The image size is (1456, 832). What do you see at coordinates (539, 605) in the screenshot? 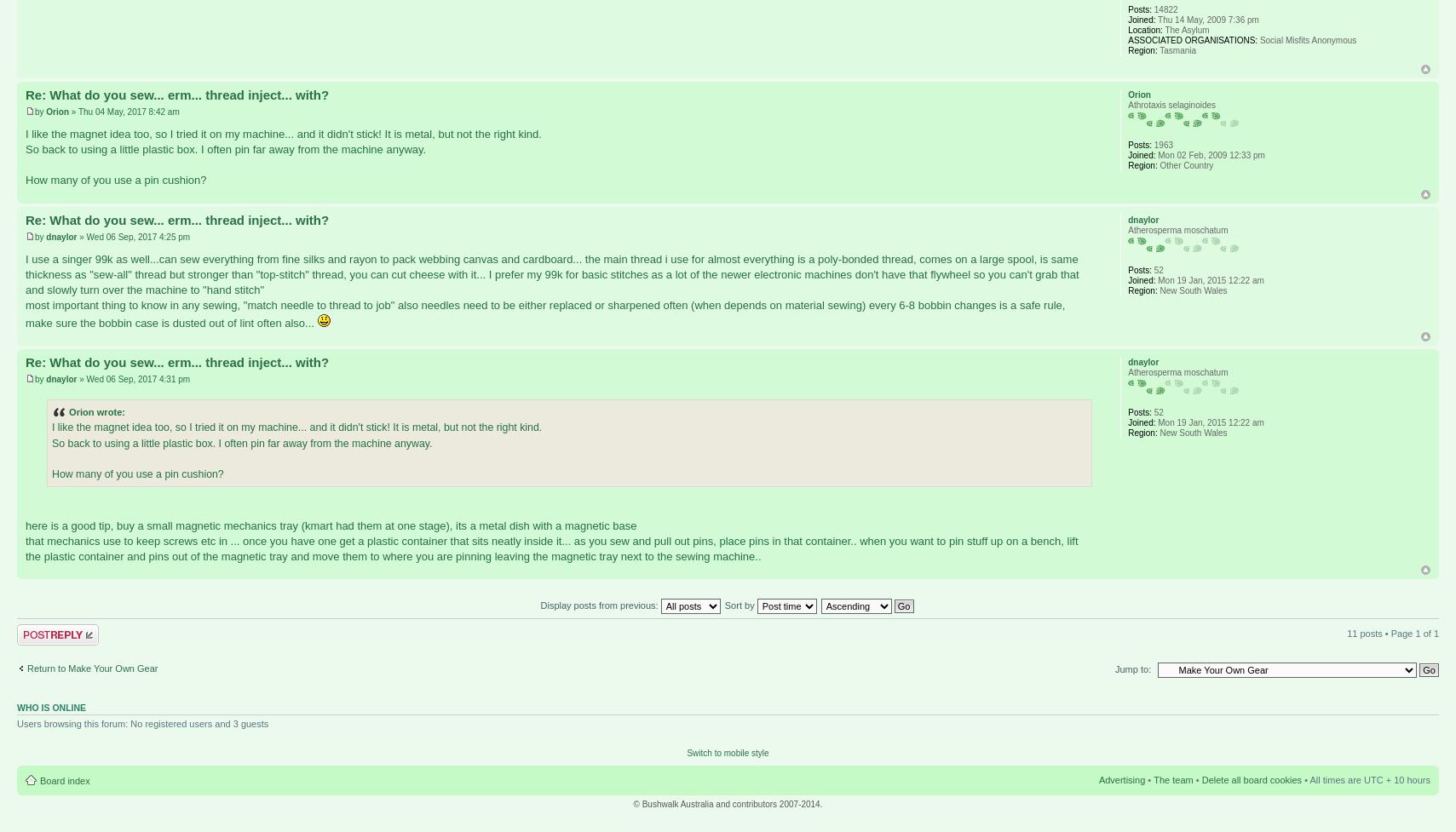
I see `'Display posts from previous:'` at bounding box center [539, 605].